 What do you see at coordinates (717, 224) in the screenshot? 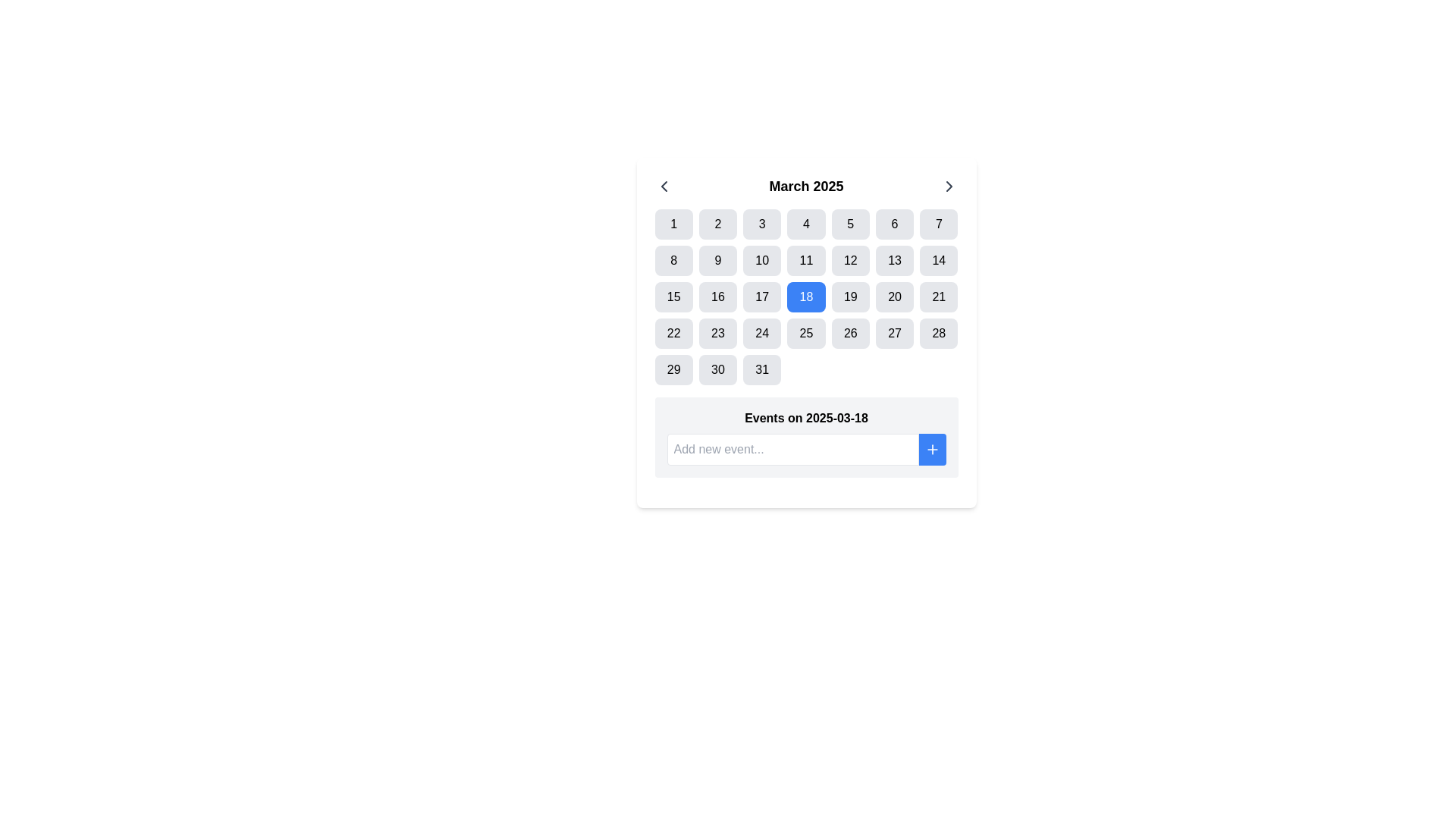
I see `the button representing the second day of the month in the calendar interface` at bounding box center [717, 224].